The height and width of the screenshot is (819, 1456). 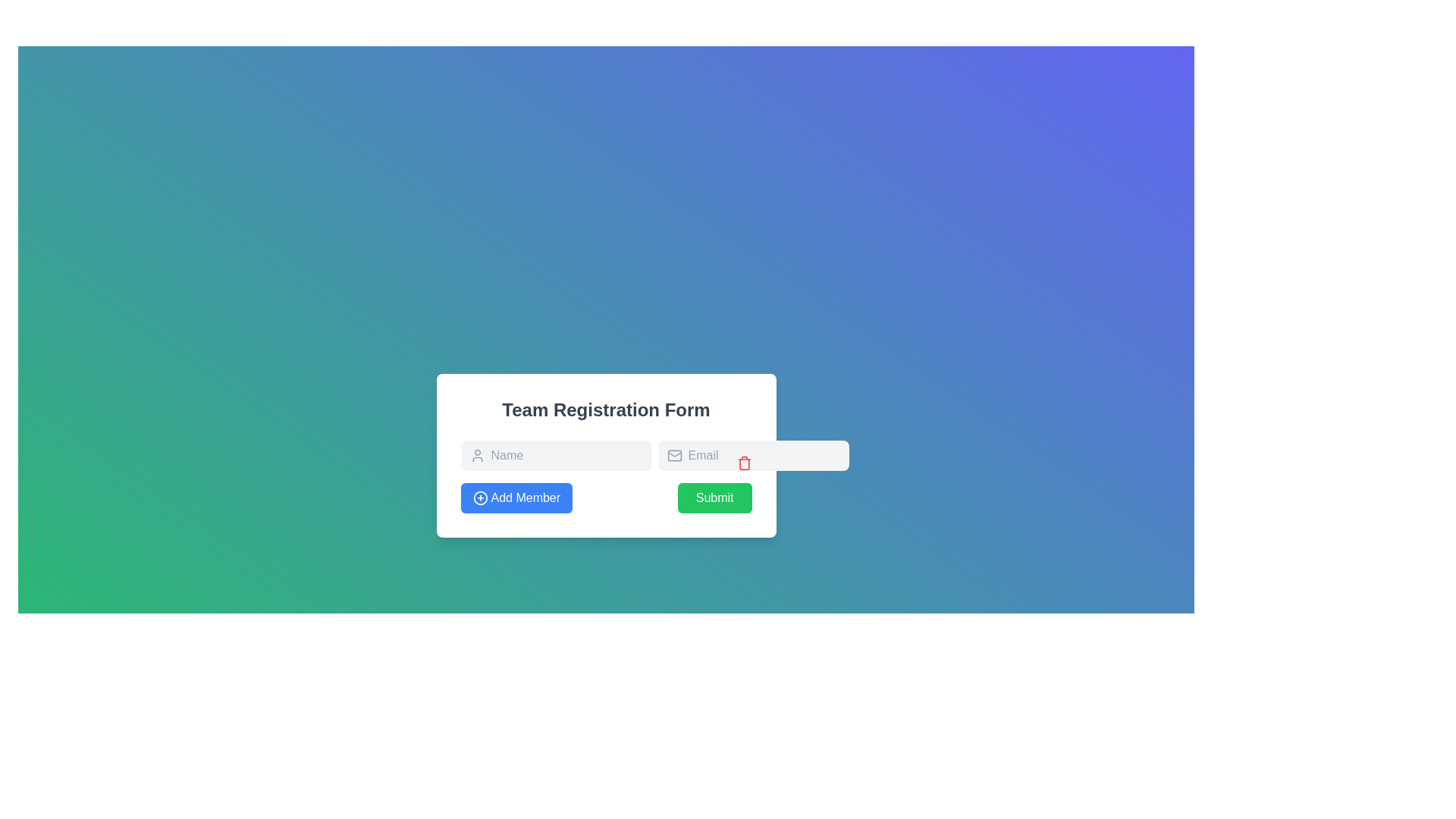 I want to click on the body of the trash icon, which is the second part of the group in the minimalistic design, so click(x=744, y=463).